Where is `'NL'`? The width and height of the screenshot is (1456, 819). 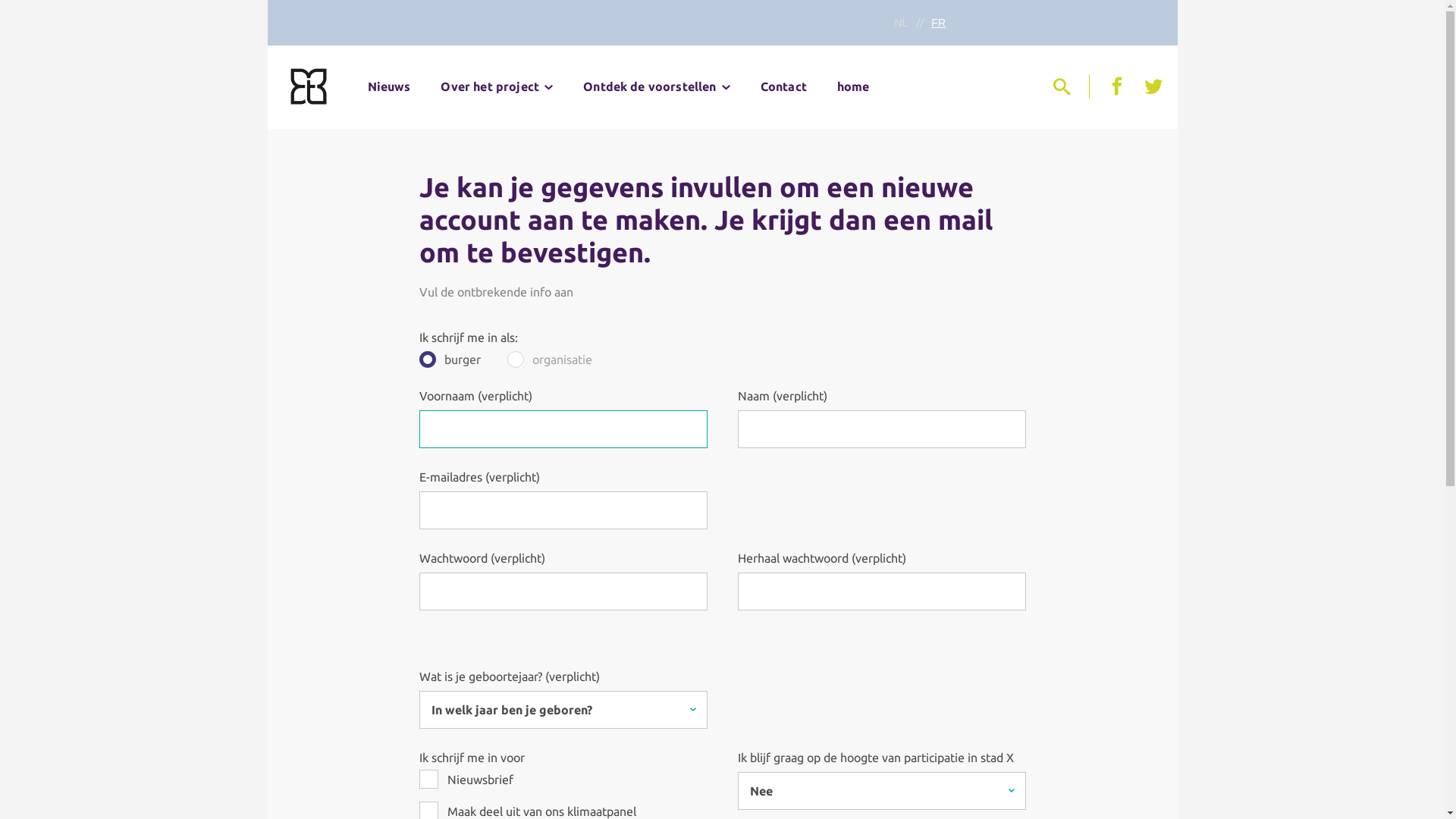
'NL' is located at coordinates (901, 23).